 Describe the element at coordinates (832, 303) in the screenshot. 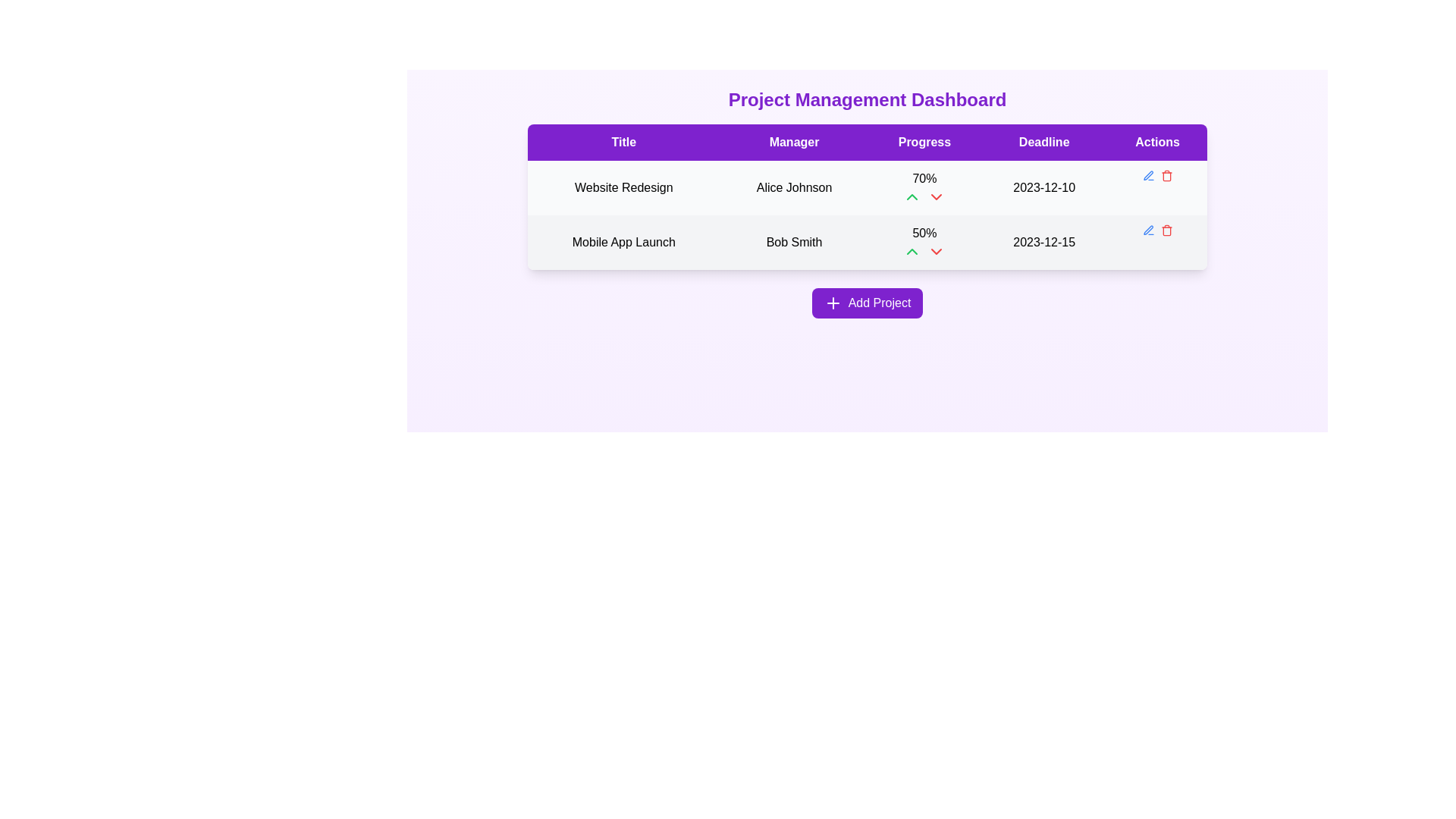

I see `the small, purple-colored, plus-shaped SVG icon located within the violet 'Add Project' button` at that location.